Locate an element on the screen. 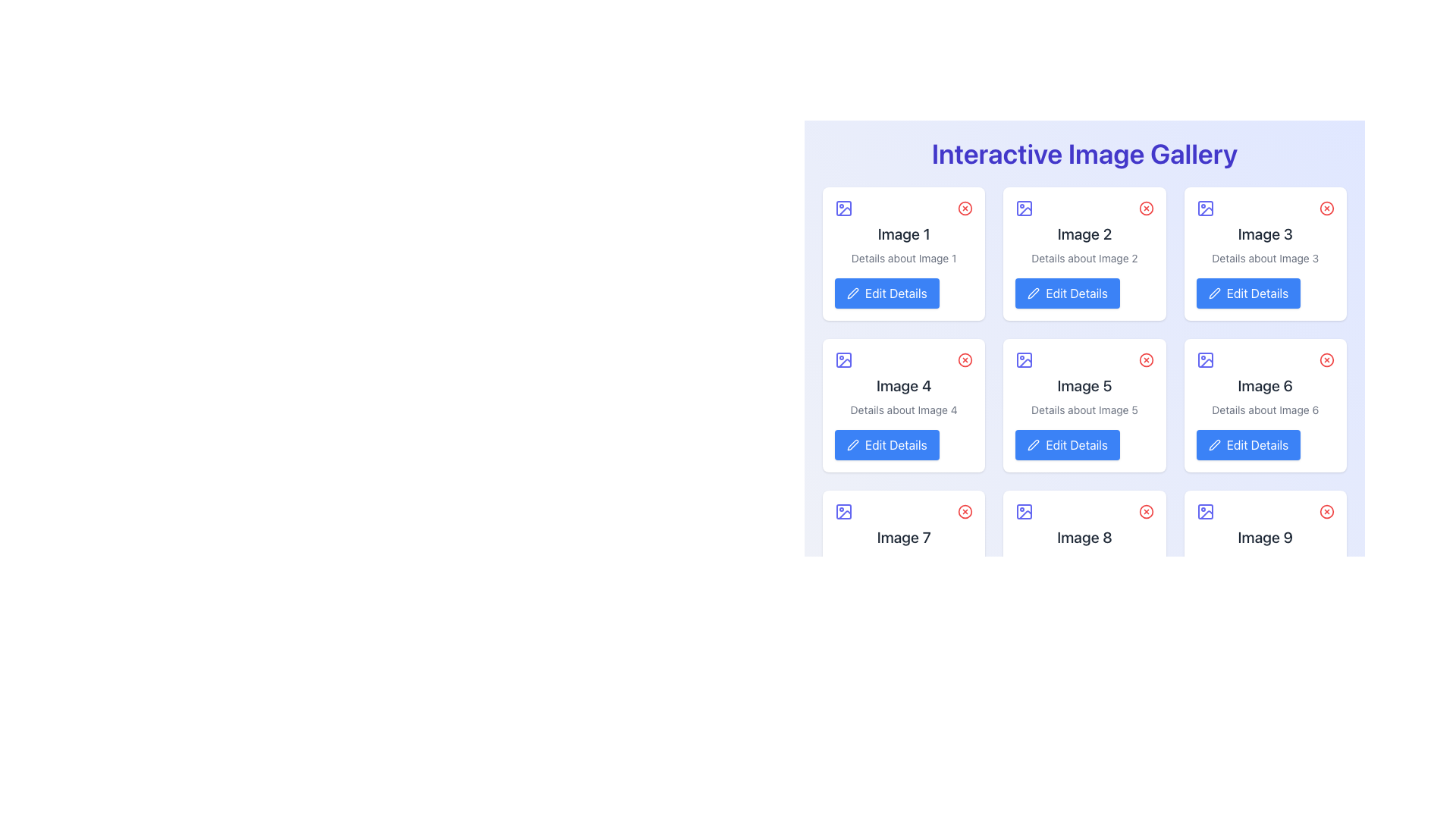  the 8th card in a grid layout that displays information about 'Image 8' and provides options to edit its details is located at coordinates (1084, 557).